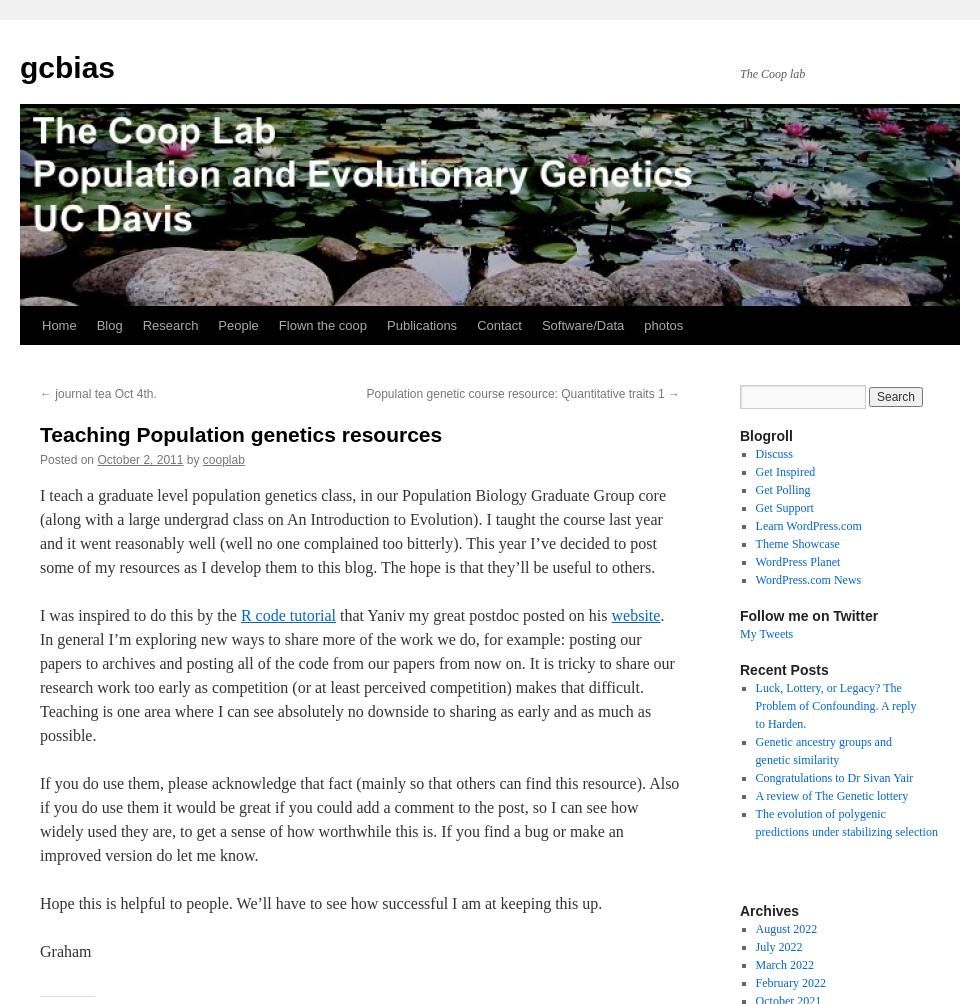  Describe the element at coordinates (765, 435) in the screenshot. I see `'Blogroll'` at that location.